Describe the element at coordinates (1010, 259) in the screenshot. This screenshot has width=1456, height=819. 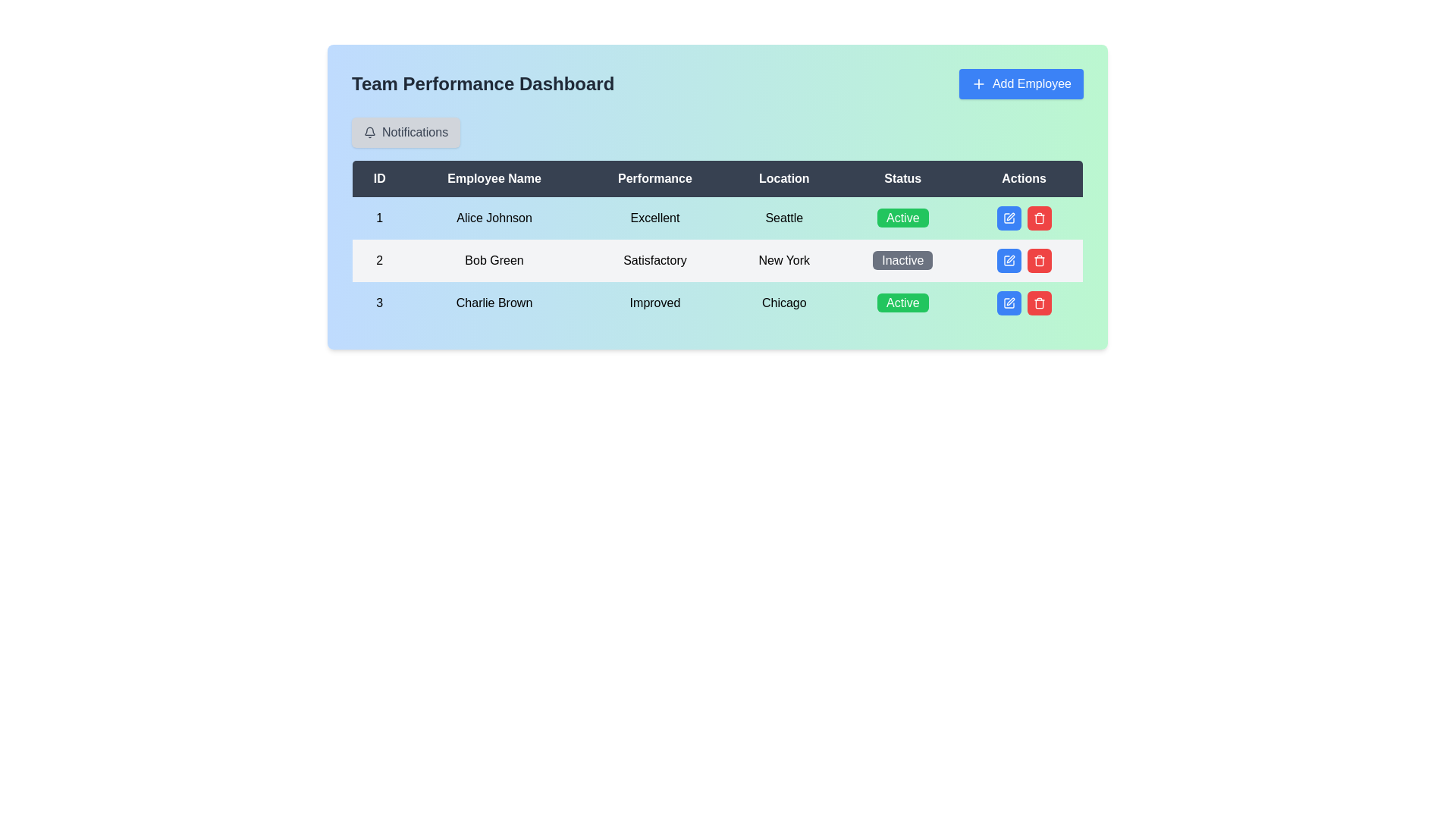
I see `the Edit icon in the Actions column for the row corresponding to Bob Green` at that location.